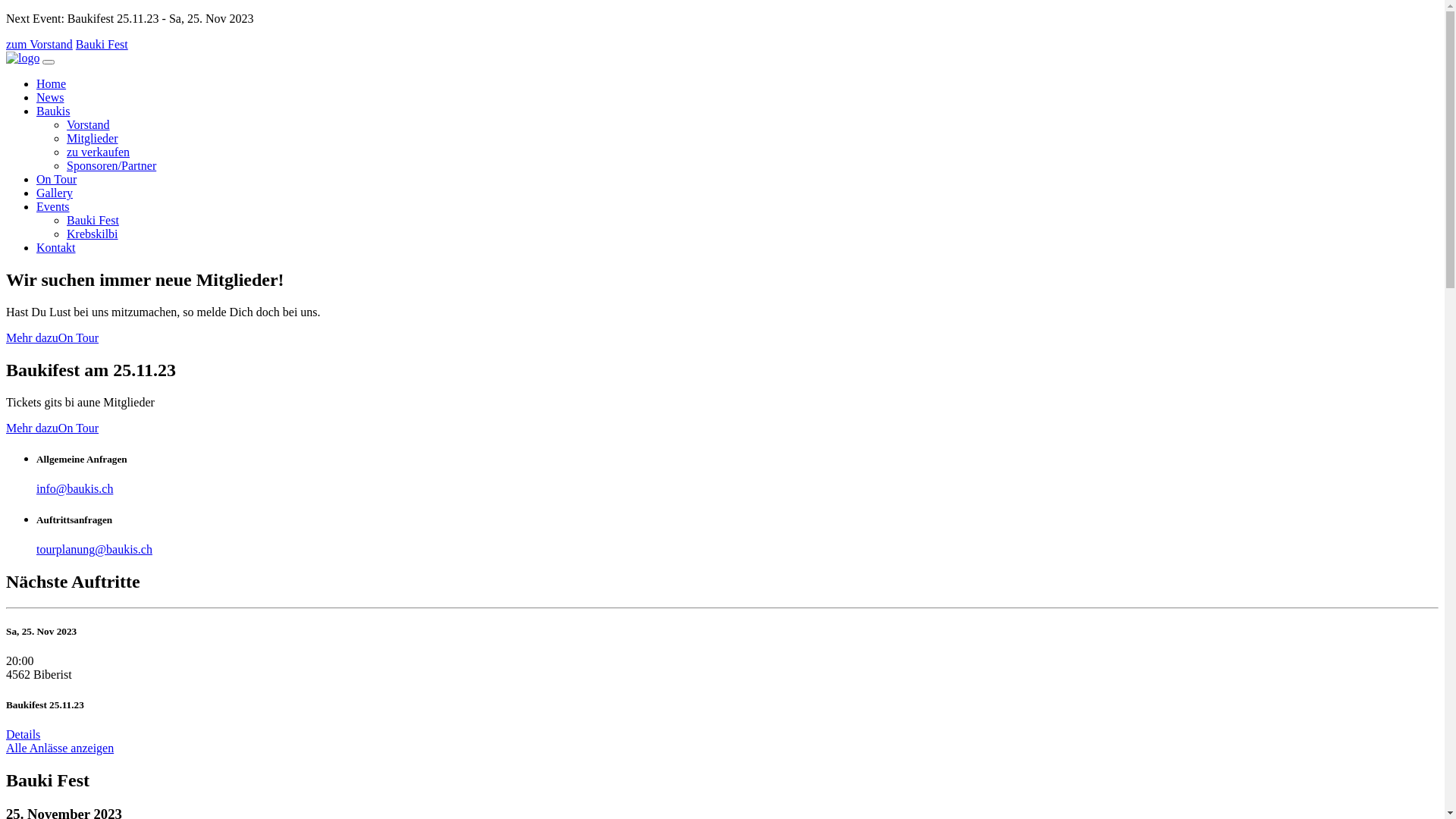 Image resolution: width=1456 pixels, height=819 pixels. Describe the element at coordinates (97, 152) in the screenshot. I see `'zu verkaufen'` at that location.